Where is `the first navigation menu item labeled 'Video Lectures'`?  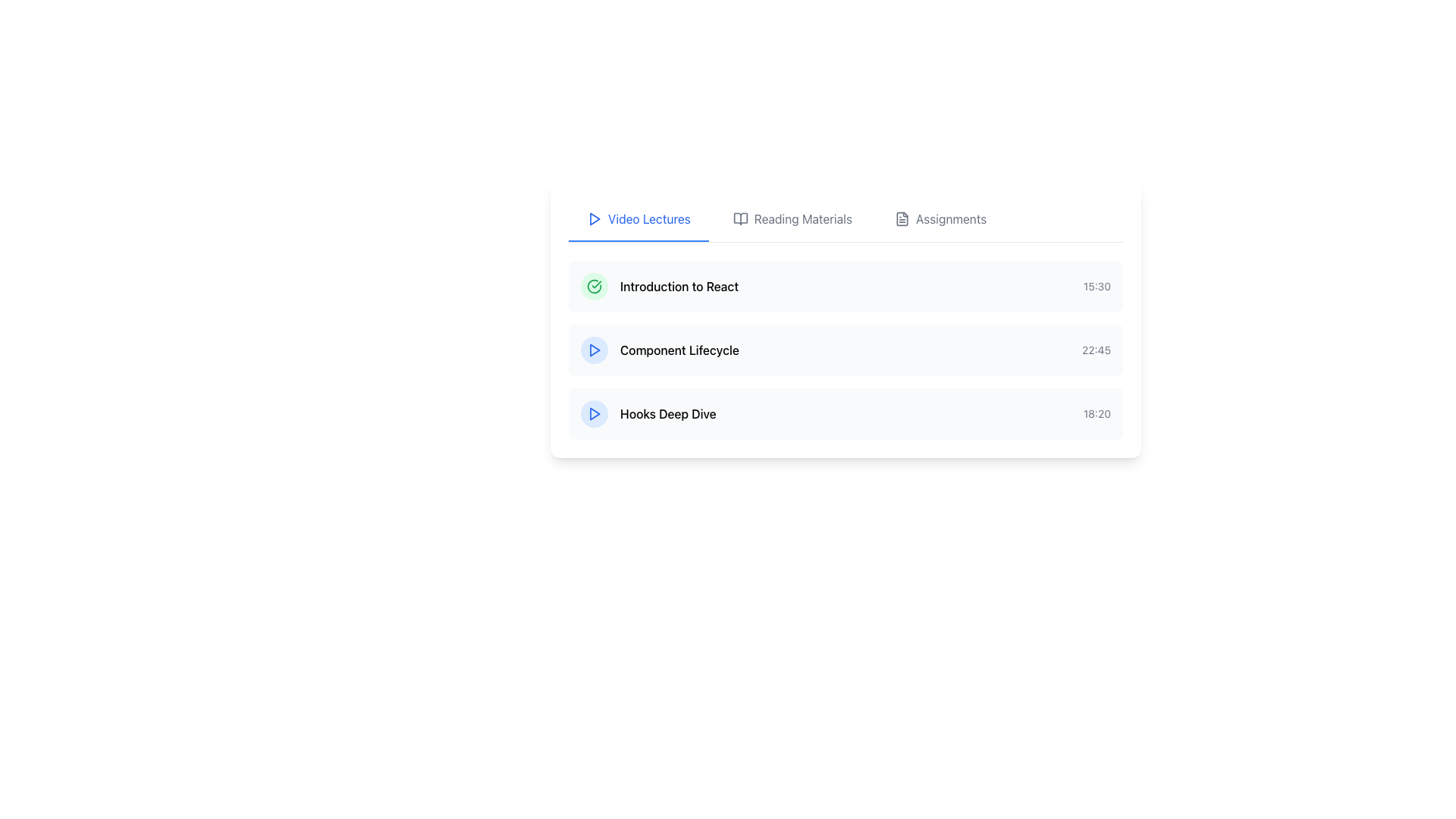
the first navigation menu item labeled 'Video Lectures' is located at coordinates (649, 219).